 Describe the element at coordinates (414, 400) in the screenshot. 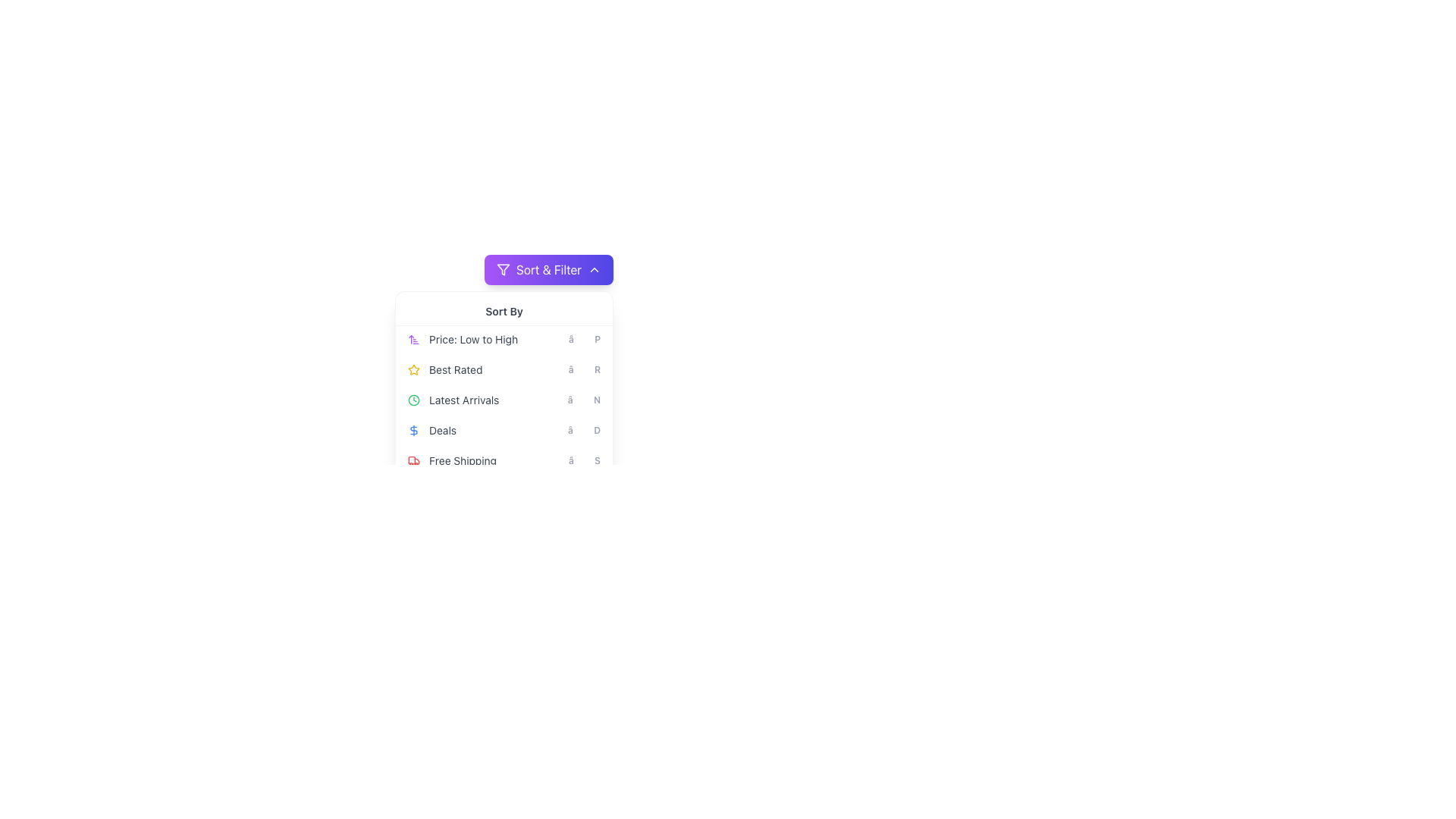

I see `the green clock icon with a circular outline located to the left of the 'Latest Arrivals' text in the third option of the vertical list` at that location.